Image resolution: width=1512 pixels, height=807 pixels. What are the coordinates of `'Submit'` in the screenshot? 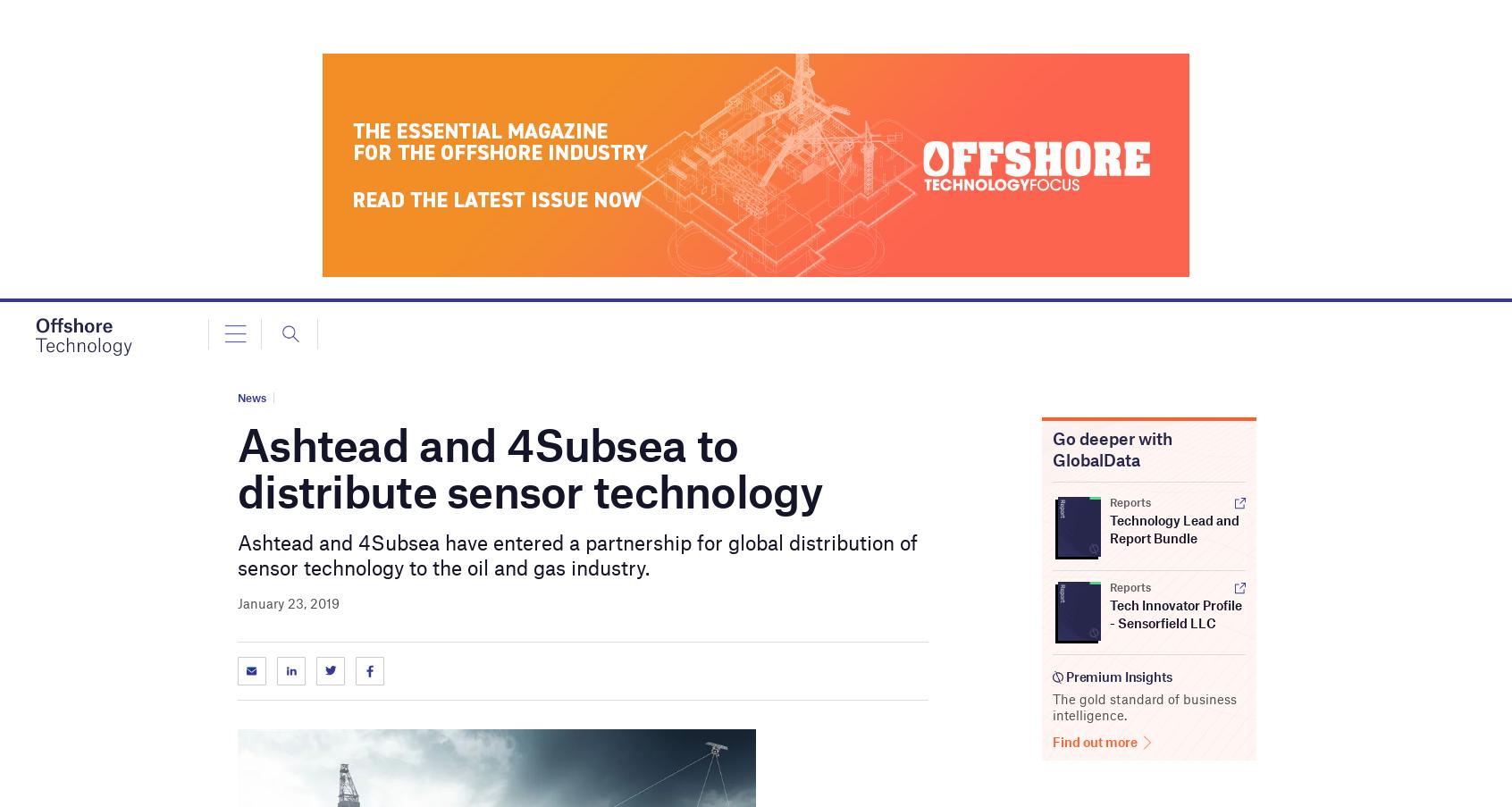 It's located at (785, 97).